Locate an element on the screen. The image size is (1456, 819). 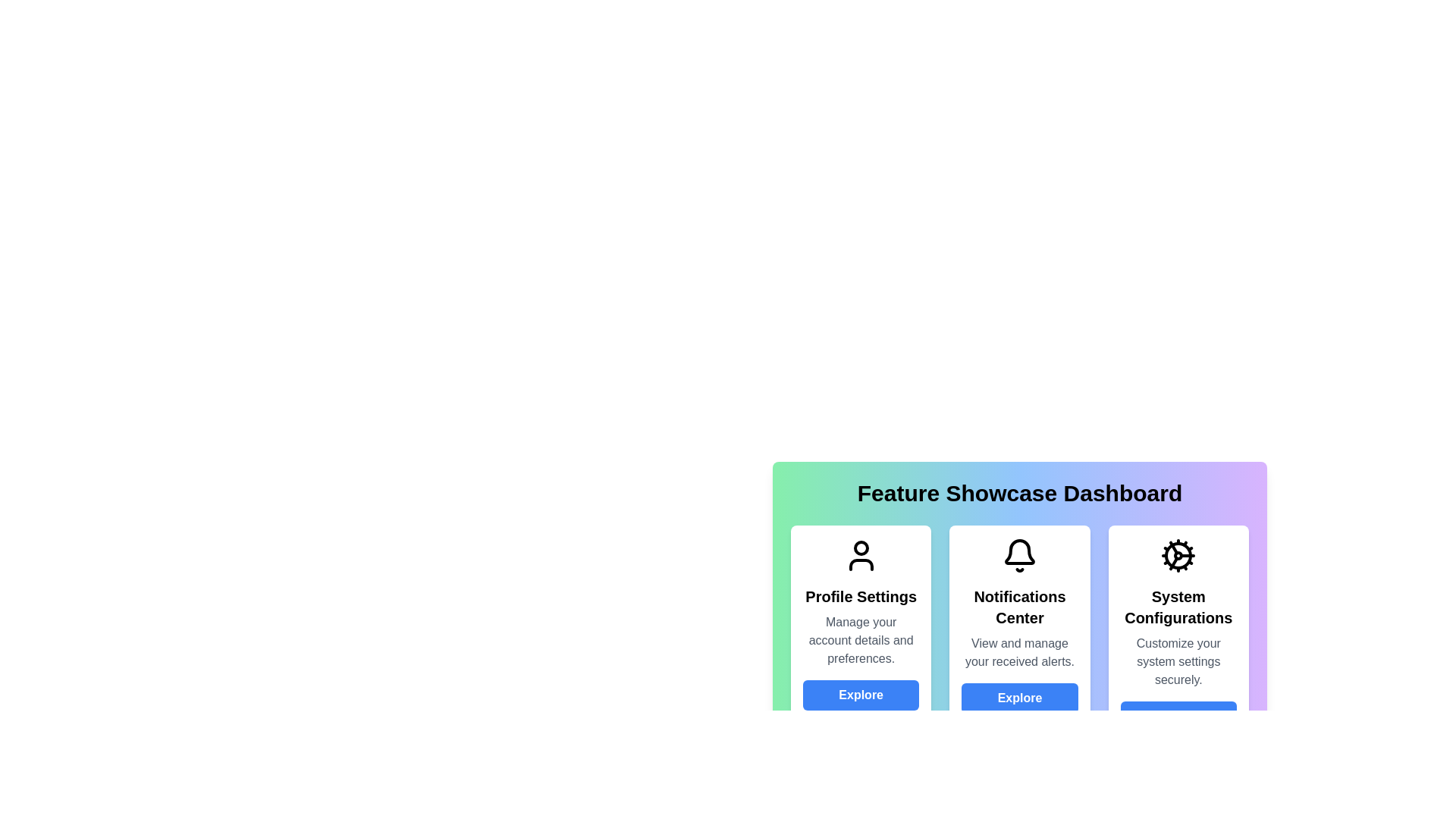
the bell icon located in the center card of the feature showcase dashboard, which is directly below the 'Notifications Center' label is located at coordinates (1019, 555).